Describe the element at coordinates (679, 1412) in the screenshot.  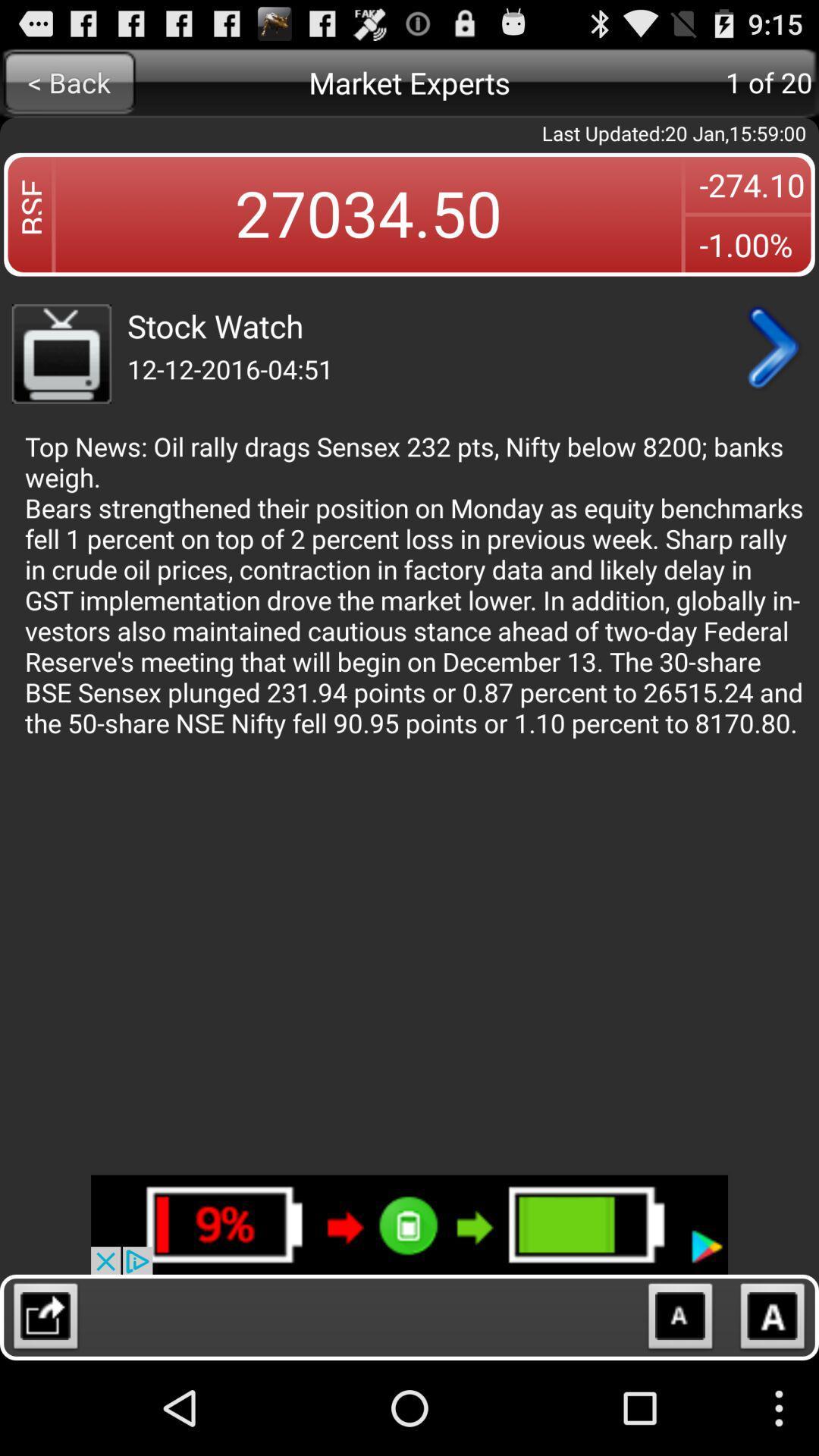
I see `the font icon` at that location.